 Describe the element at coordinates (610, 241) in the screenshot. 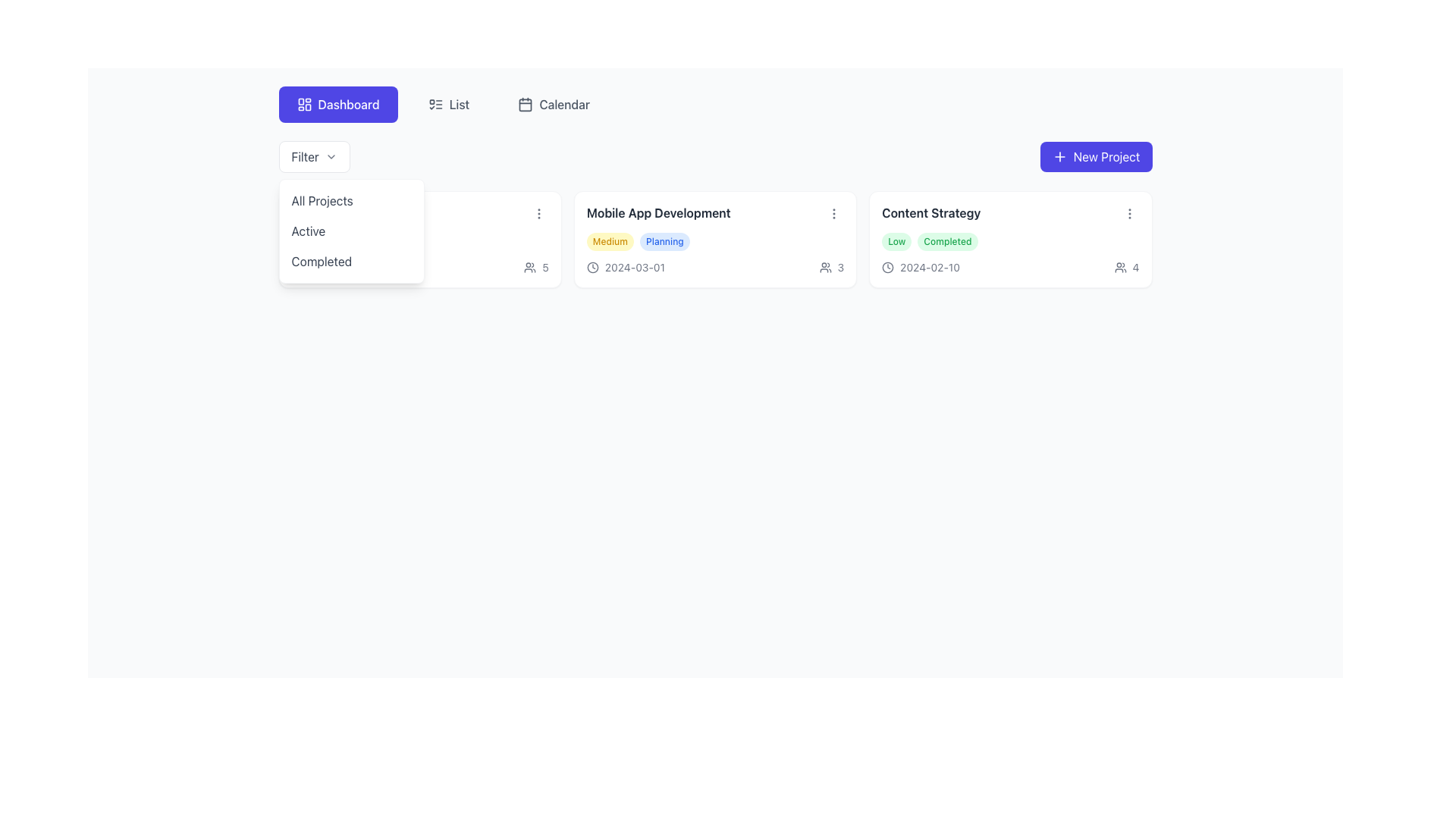

I see `the 'Medium' static tag or badge with a yellow background located in the 'Mobile App Development' card area, positioned at the top-left corner of the content panel` at that location.